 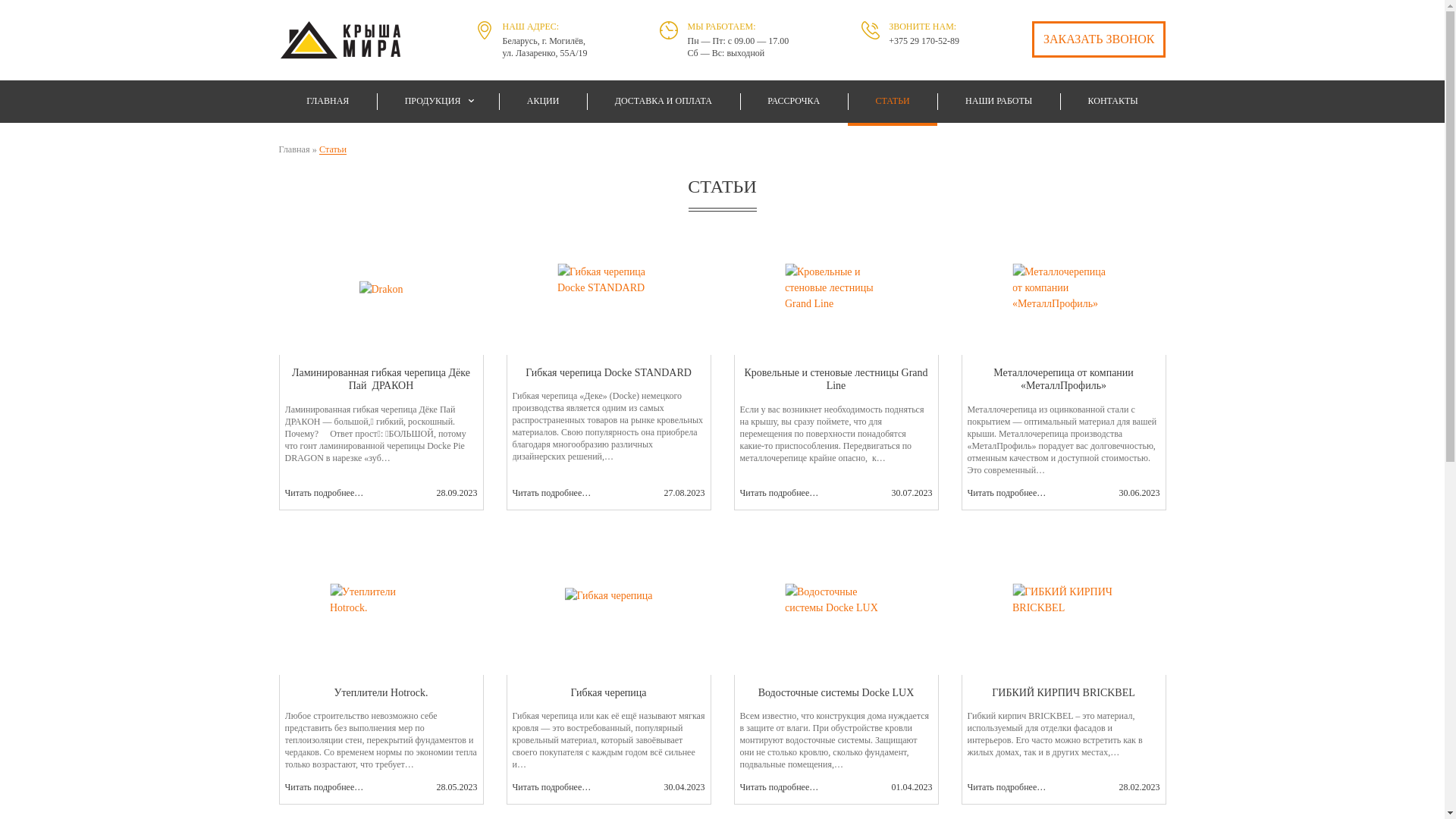 I want to click on '+375 29 170-52-89', so click(x=923, y=40).